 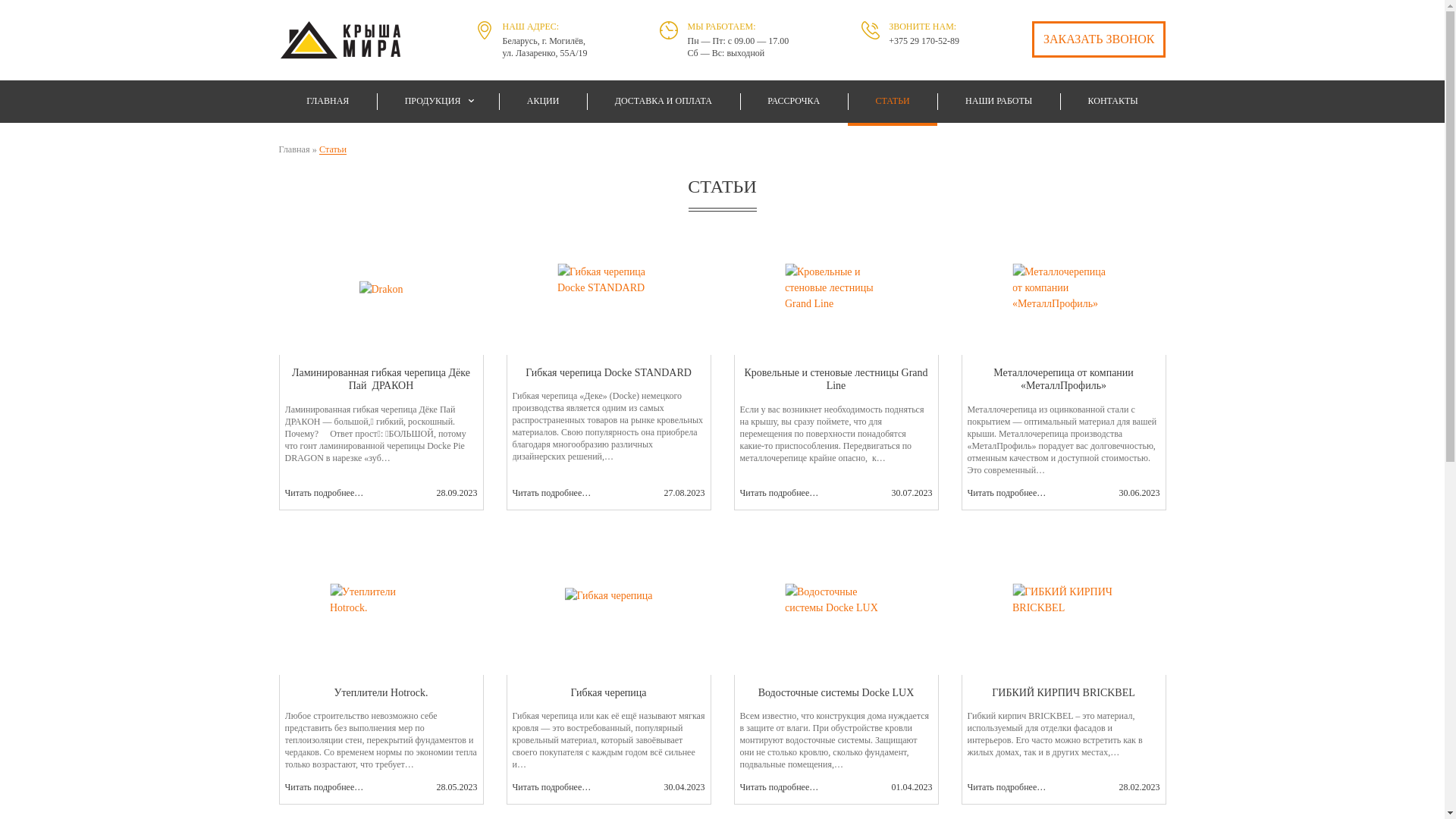 I want to click on '+375 29 170-52-89', so click(x=923, y=40).